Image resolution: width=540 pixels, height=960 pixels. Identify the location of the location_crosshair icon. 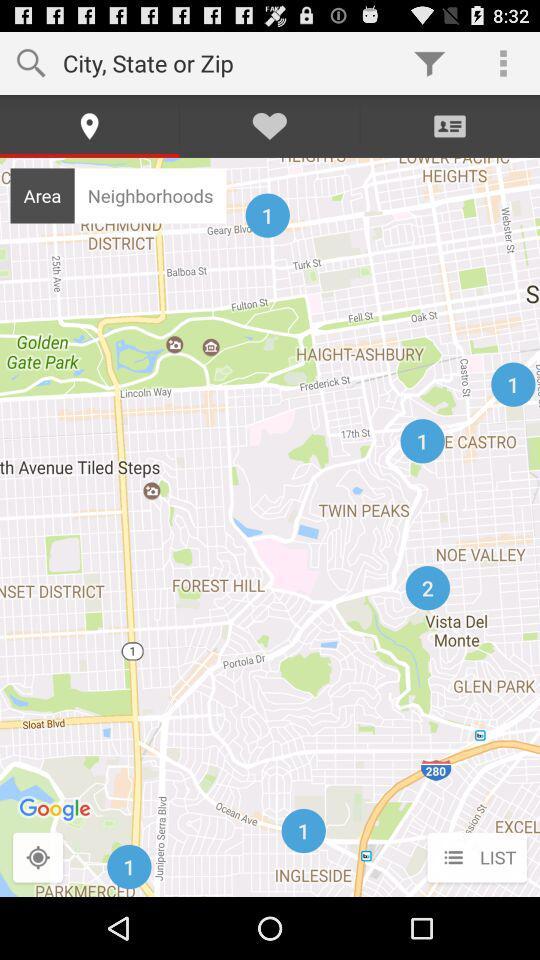
(38, 919).